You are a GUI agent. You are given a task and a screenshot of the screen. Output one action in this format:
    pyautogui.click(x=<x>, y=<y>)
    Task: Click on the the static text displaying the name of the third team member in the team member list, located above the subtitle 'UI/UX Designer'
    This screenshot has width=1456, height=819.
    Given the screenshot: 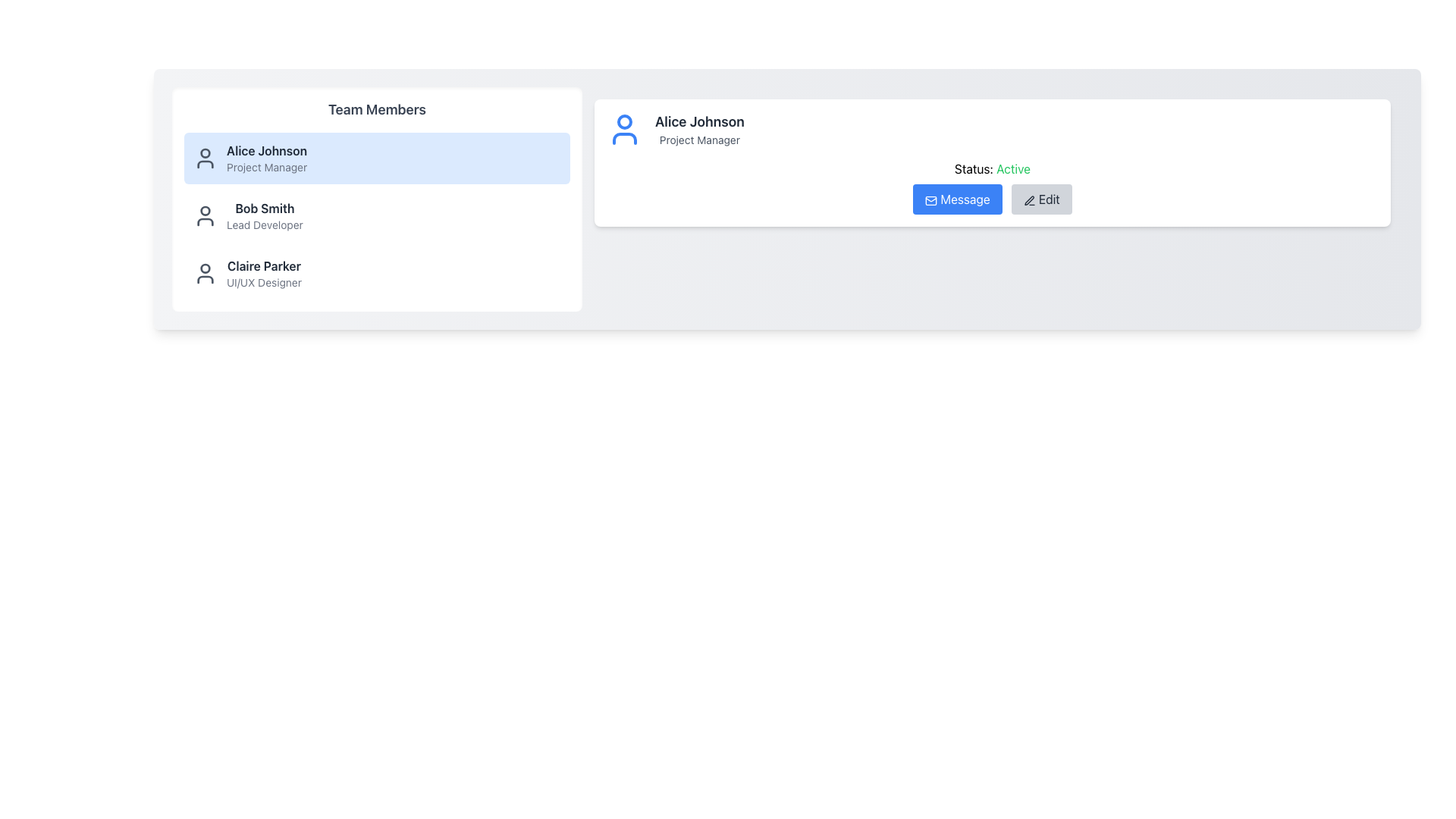 What is the action you would take?
    pyautogui.click(x=264, y=265)
    